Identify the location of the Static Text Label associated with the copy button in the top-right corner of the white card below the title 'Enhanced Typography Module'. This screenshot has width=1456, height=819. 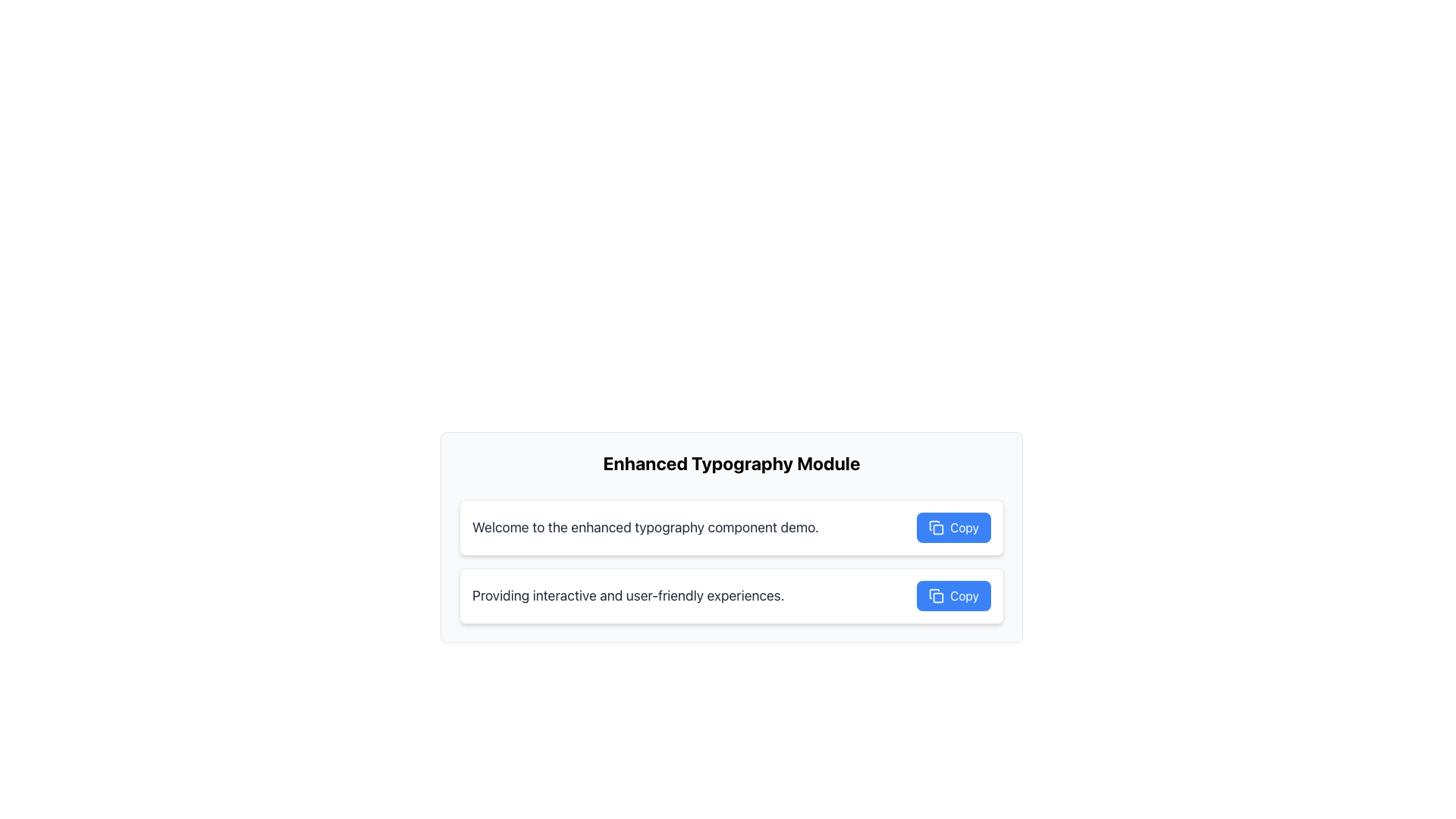
(964, 526).